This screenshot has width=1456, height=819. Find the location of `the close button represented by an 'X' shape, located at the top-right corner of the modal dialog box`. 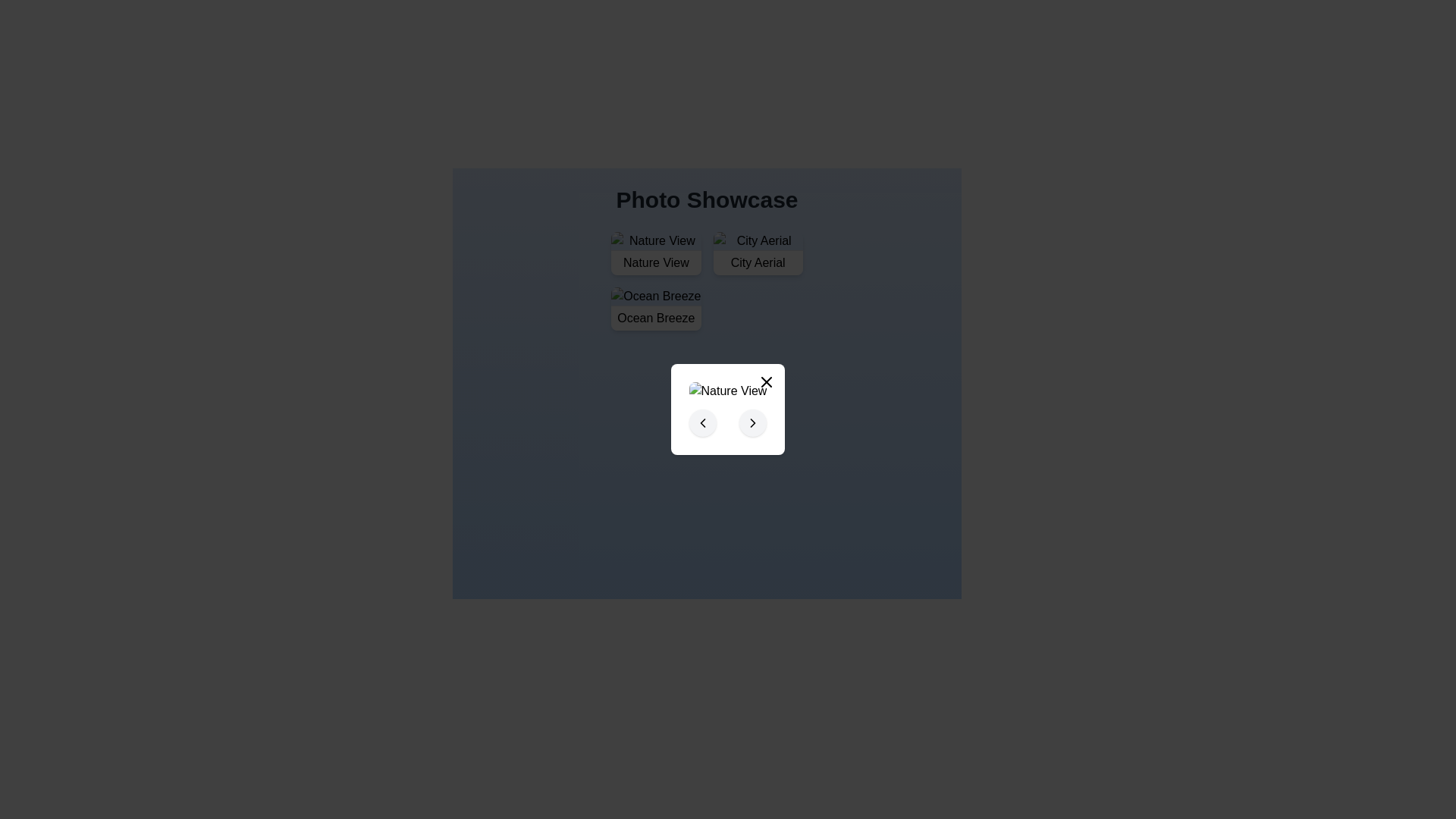

the close button represented by an 'X' shape, located at the top-right corner of the modal dialog box is located at coordinates (767, 381).